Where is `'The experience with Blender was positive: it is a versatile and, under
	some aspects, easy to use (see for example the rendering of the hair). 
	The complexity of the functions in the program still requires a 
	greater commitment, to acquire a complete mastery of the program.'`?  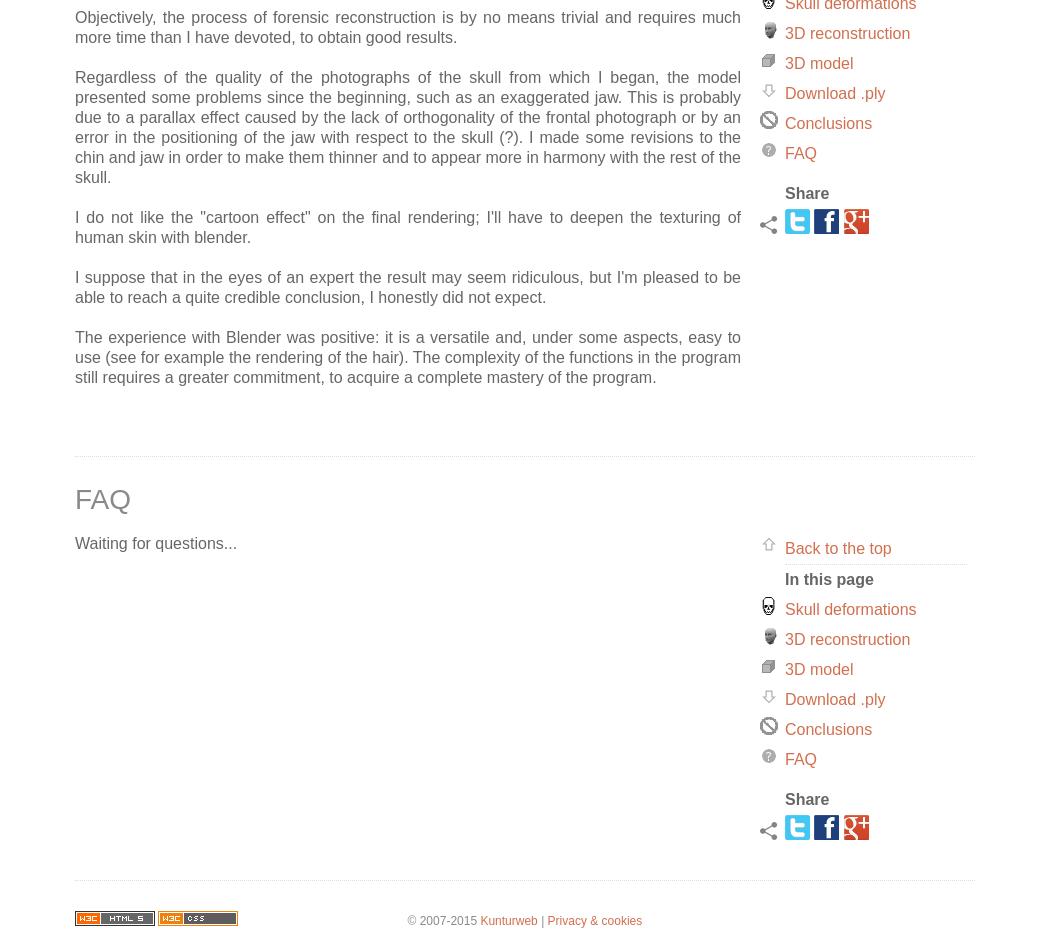 'The experience with Blender was positive: it is a versatile and, under
	some aspects, easy to use (see for example the rendering of the hair). 
	The complexity of the functions in the program still requires a 
	greater commitment, to acquire a complete mastery of the program.' is located at coordinates (408, 356).